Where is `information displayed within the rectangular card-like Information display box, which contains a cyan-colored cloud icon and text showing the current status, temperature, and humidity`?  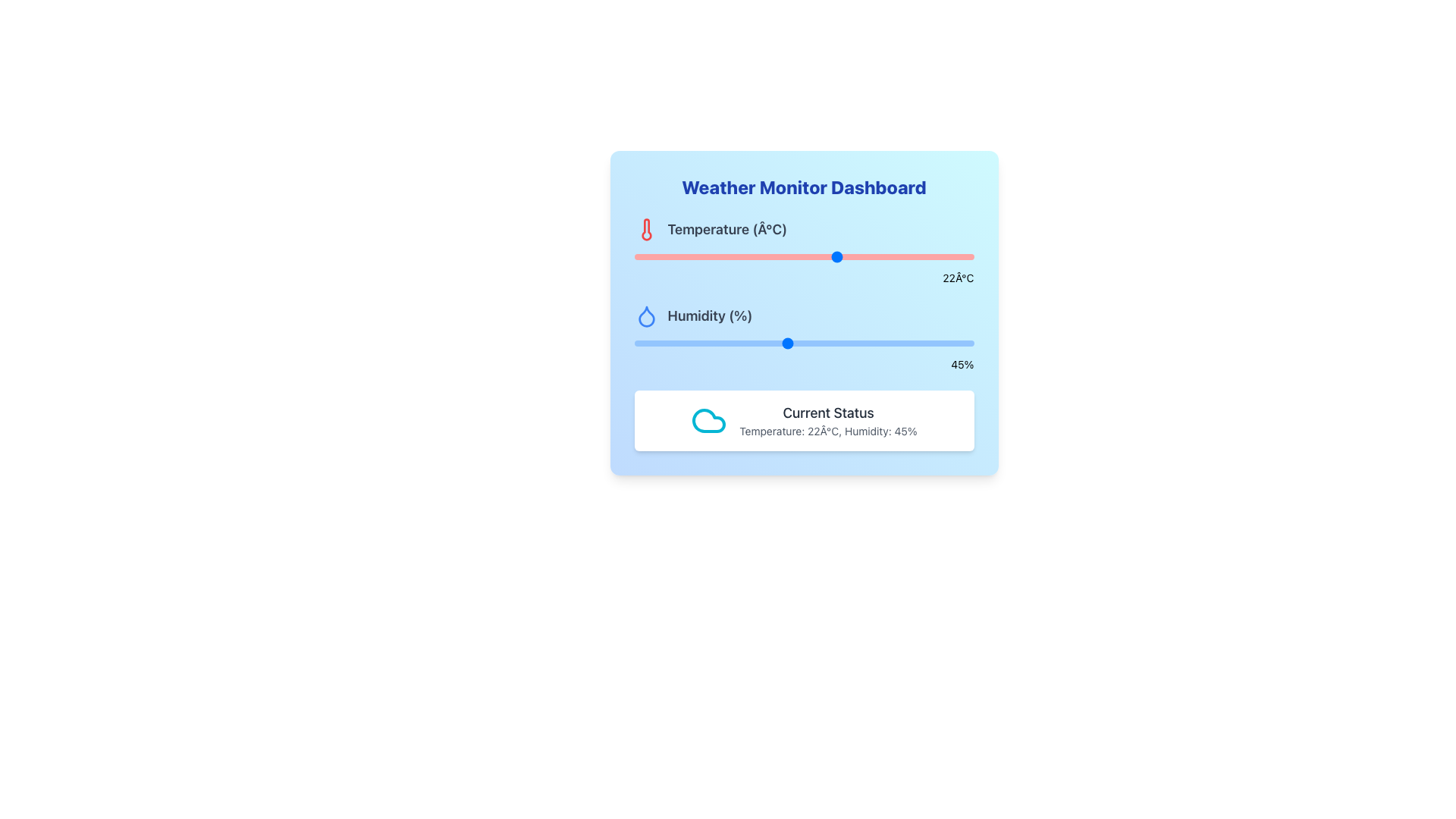 information displayed within the rectangular card-like Information display box, which contains a cyan-colored cloud icon and text showing the current status, temperature, and humidity is located at coordinates (803, 421).